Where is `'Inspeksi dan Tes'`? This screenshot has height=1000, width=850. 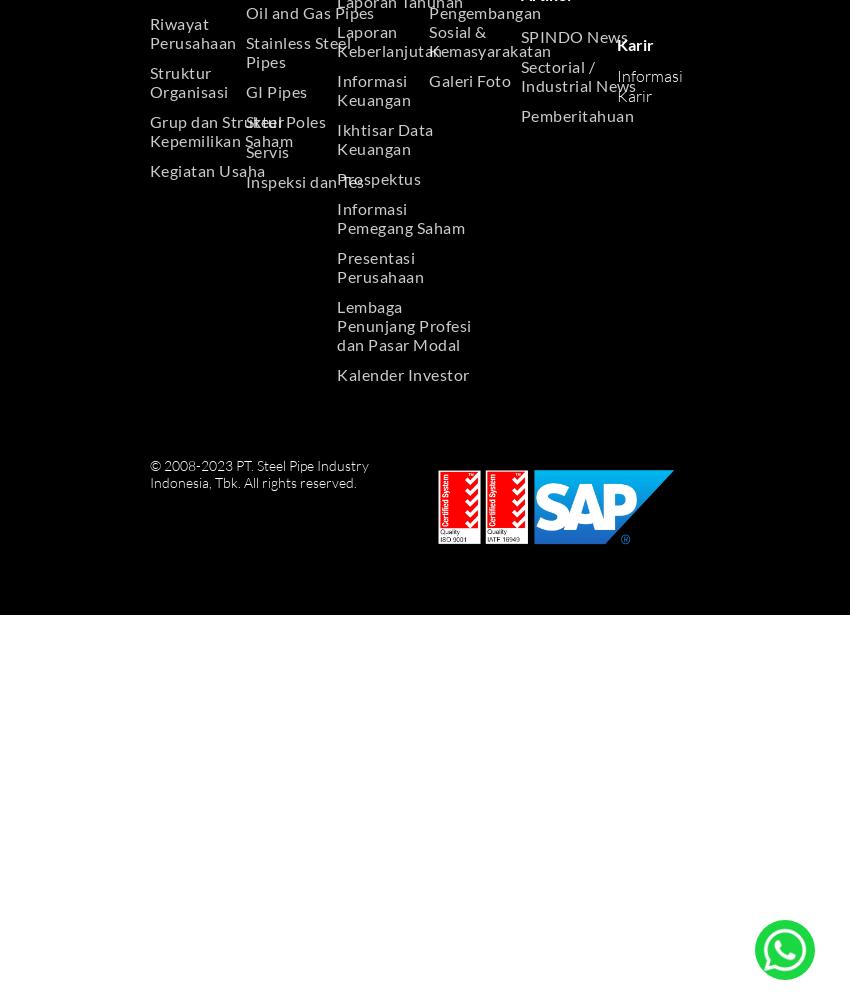 'Inspeksi dan Tes' is located at coordinates (244, 180).